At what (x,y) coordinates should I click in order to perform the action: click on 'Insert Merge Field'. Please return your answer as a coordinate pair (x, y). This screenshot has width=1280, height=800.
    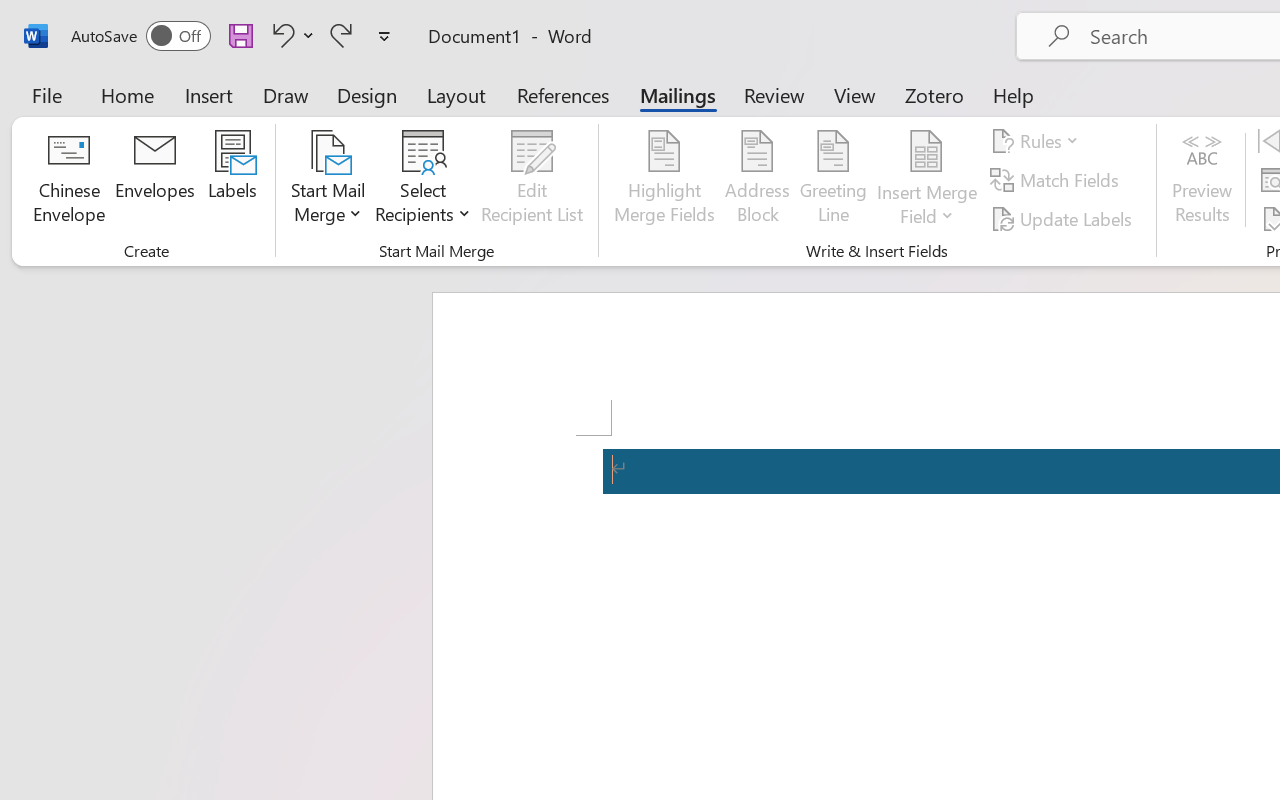
    Looking at the image, I should click on (926, 151).